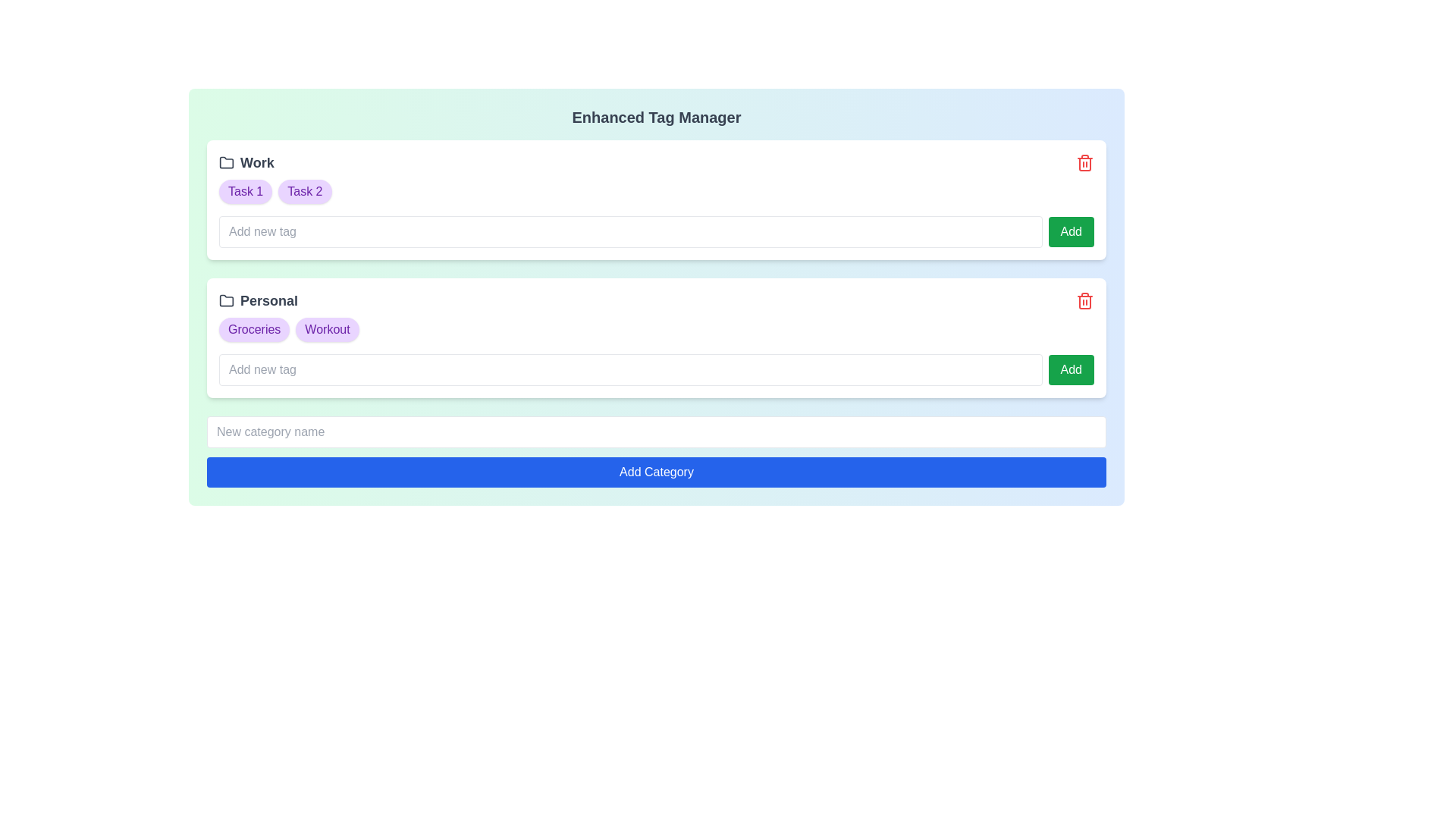  I want to click on the 'Groceries' tag, which is a pill-shaped label with purple text on a light purple background, located under the 'Personal' section header, so click(254, 329).